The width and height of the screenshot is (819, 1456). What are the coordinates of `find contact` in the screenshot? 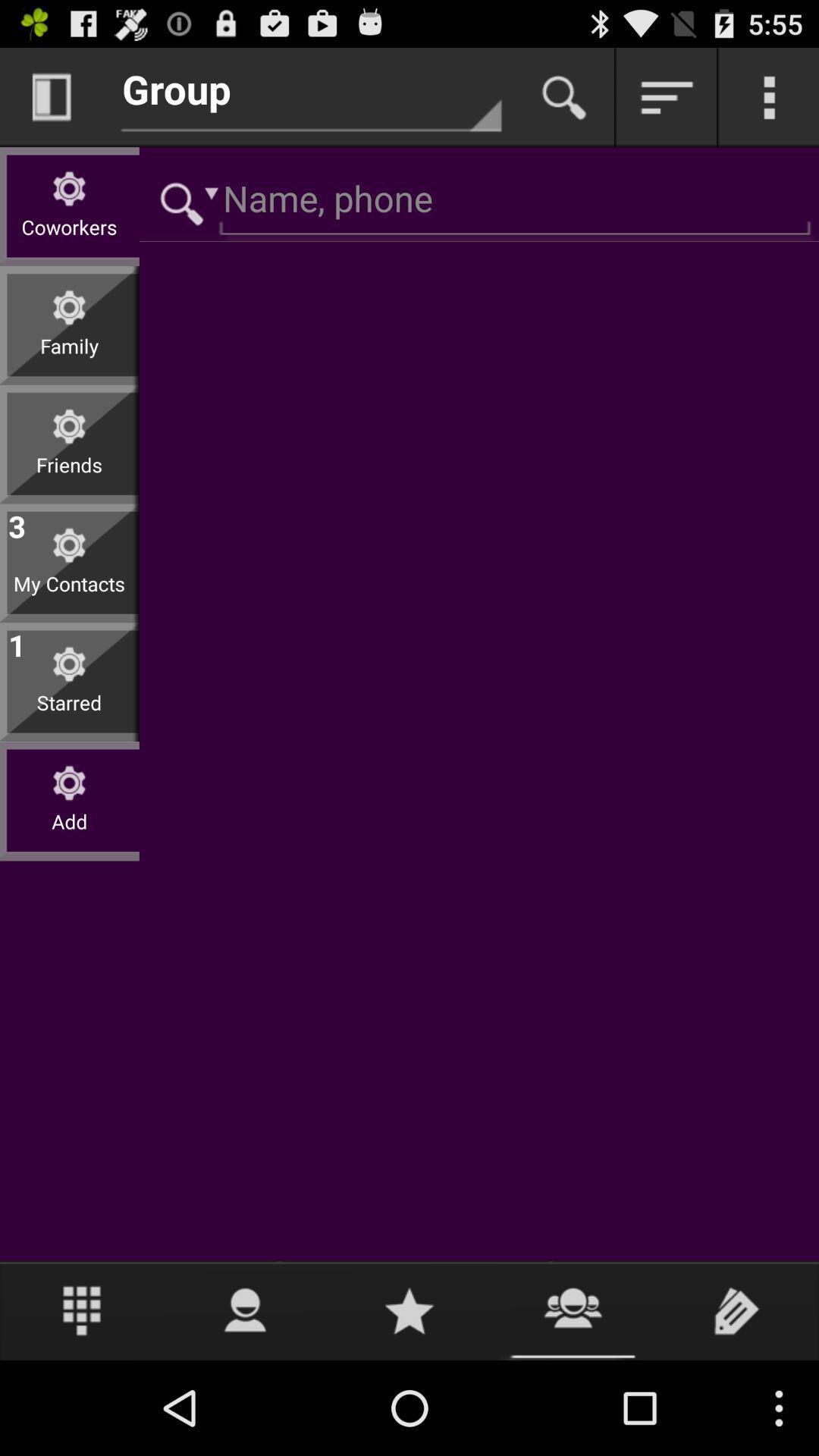 It's located at (573, 1310).